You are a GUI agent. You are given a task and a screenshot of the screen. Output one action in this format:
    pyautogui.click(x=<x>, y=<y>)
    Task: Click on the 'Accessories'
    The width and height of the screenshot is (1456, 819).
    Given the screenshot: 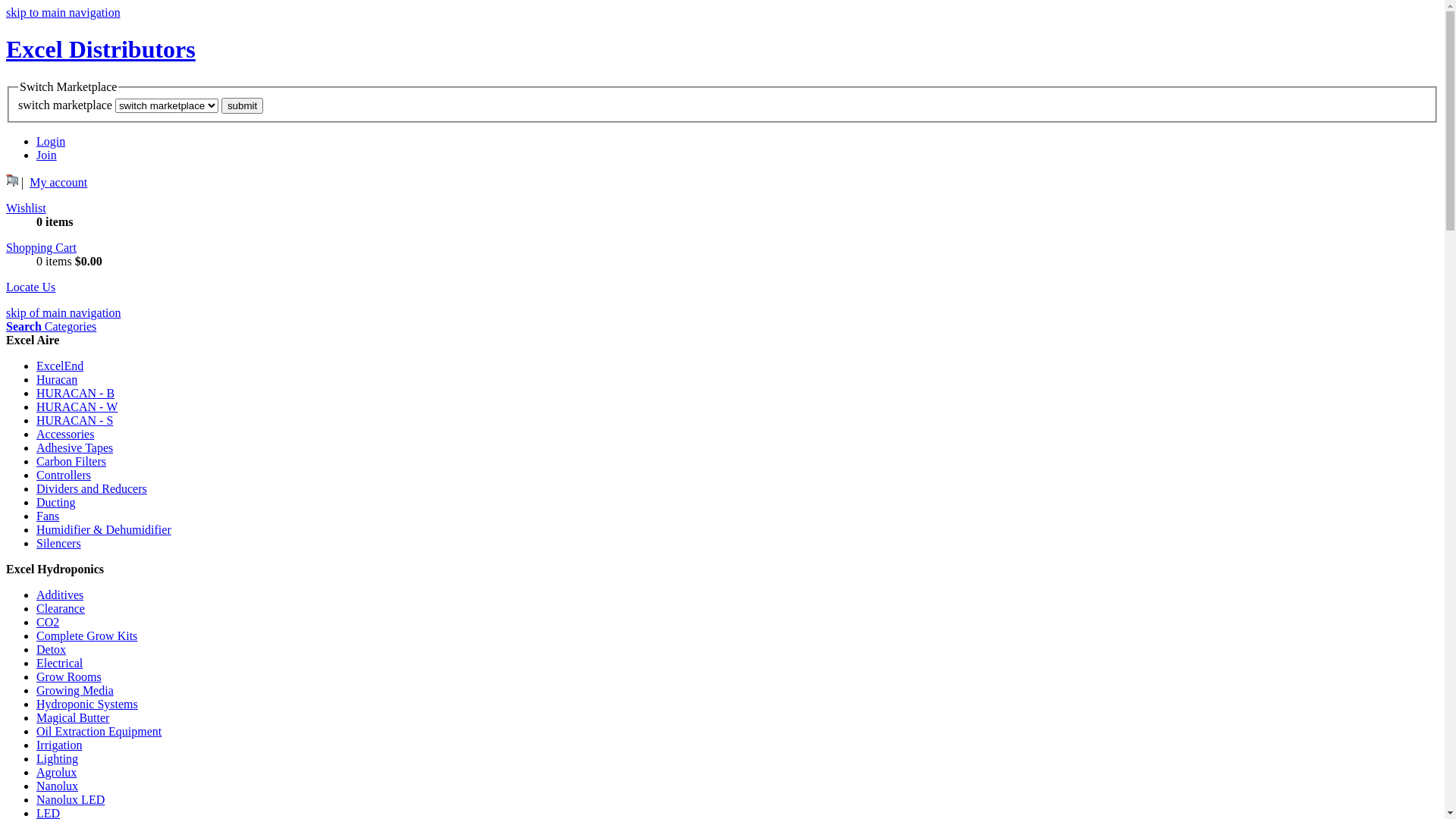 What is the action you would take?
    pyautogui.click(x=64, y=434)
    